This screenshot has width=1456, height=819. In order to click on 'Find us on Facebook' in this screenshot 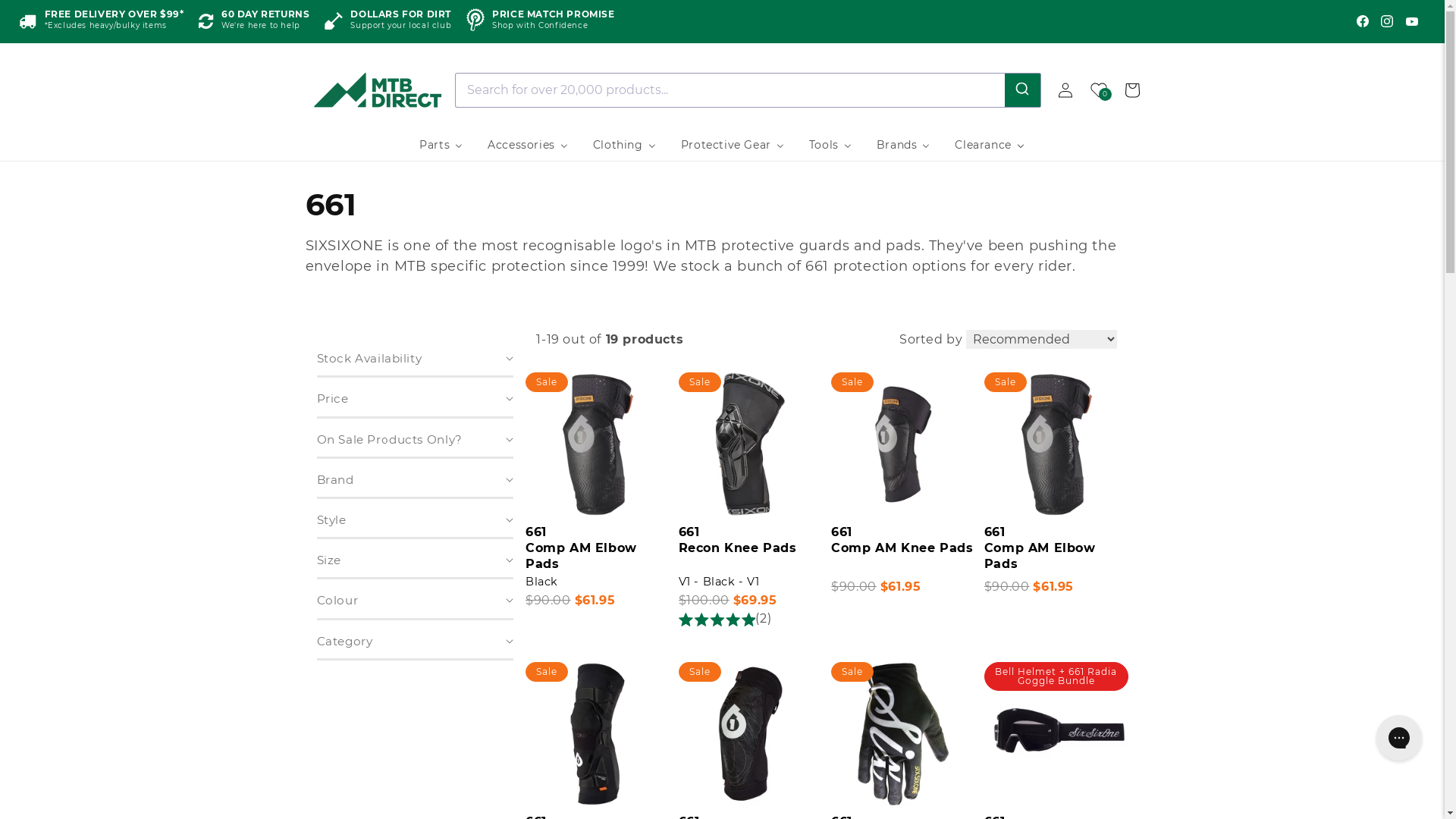, I will do `click(1362, 20)`.